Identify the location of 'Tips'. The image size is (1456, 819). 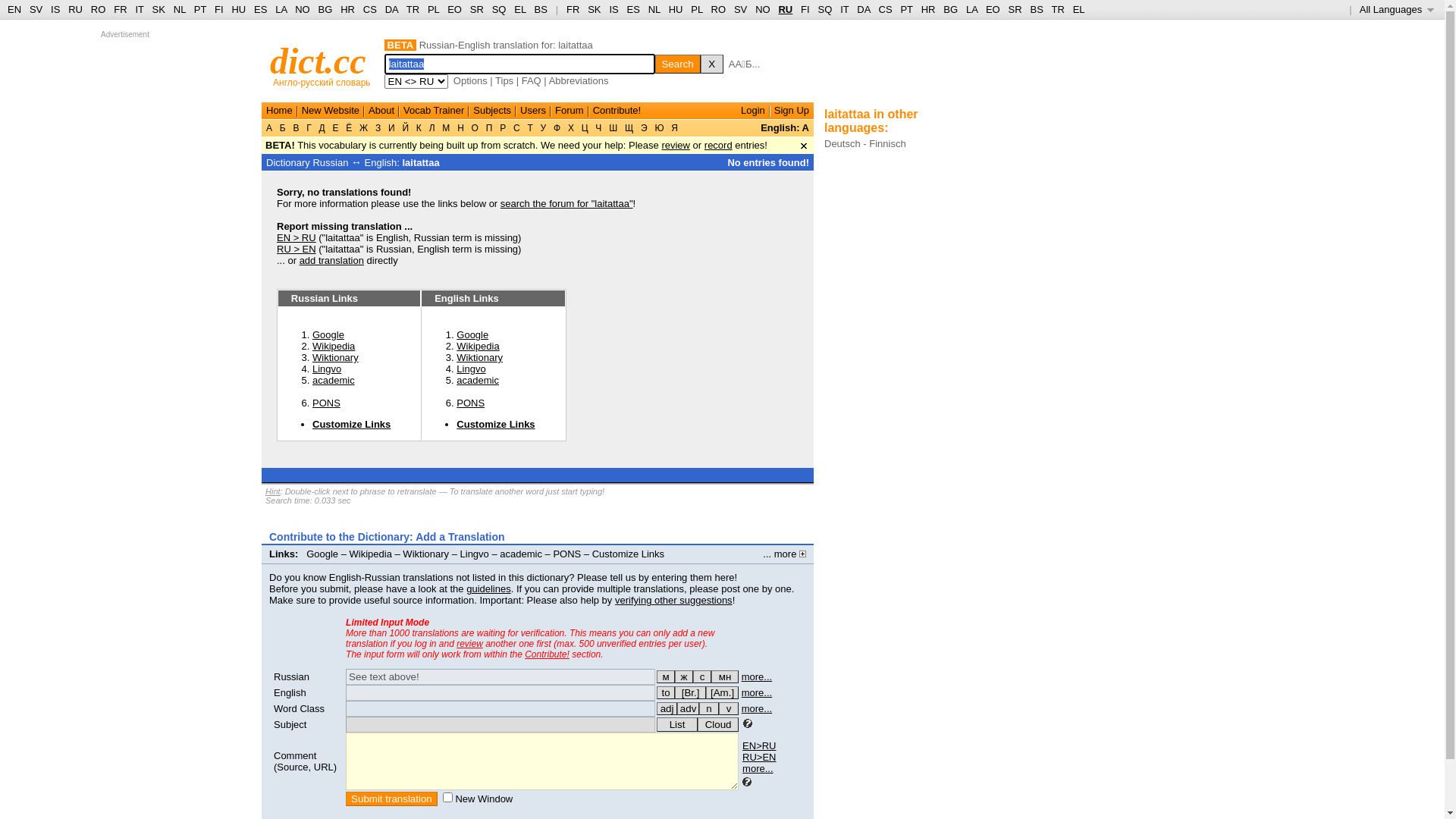
(504, 80).